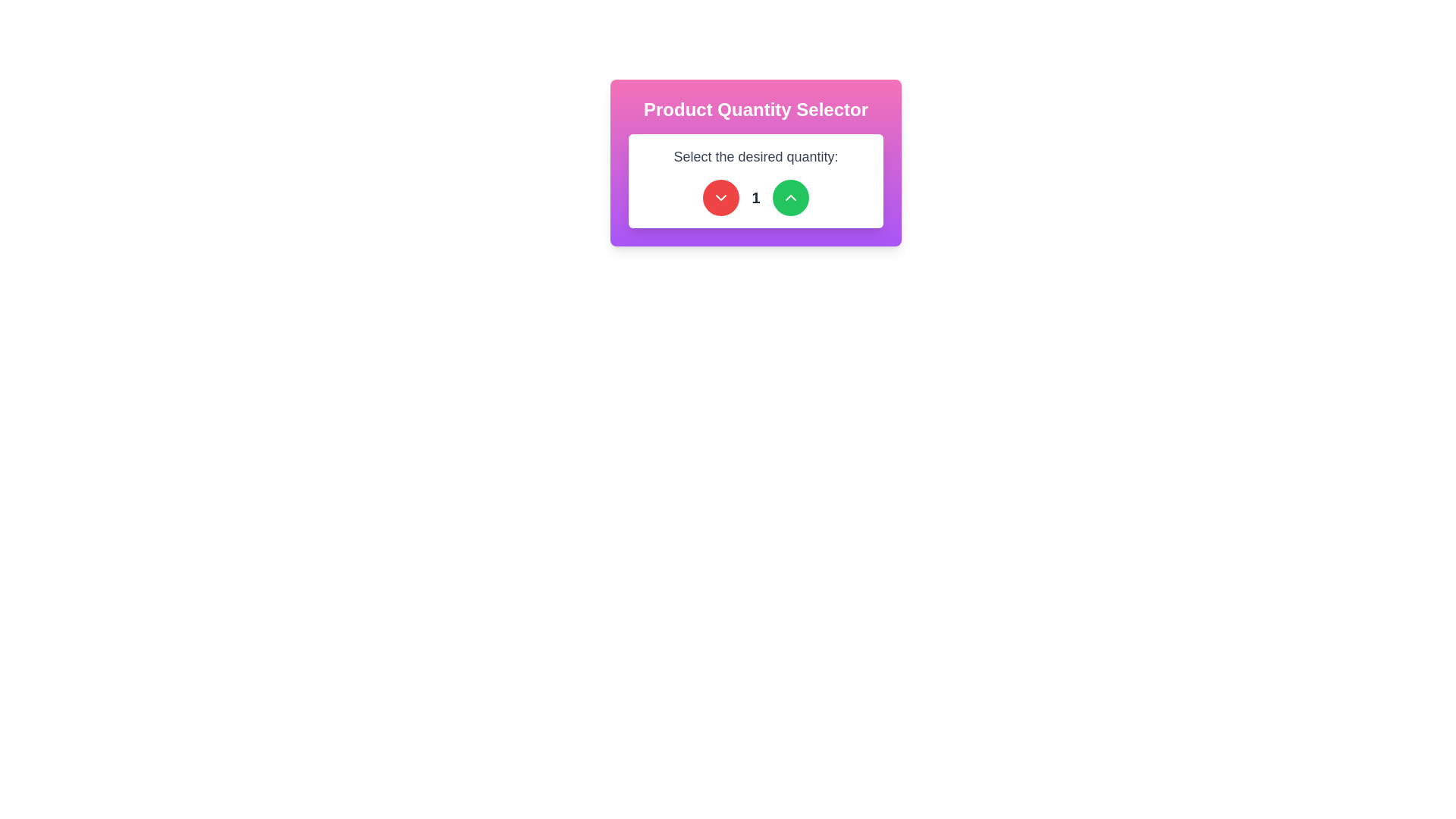  I want to click on the green circular button located at the far right of the layout to increment the numerical value displayed to its left, so click(789, 197).